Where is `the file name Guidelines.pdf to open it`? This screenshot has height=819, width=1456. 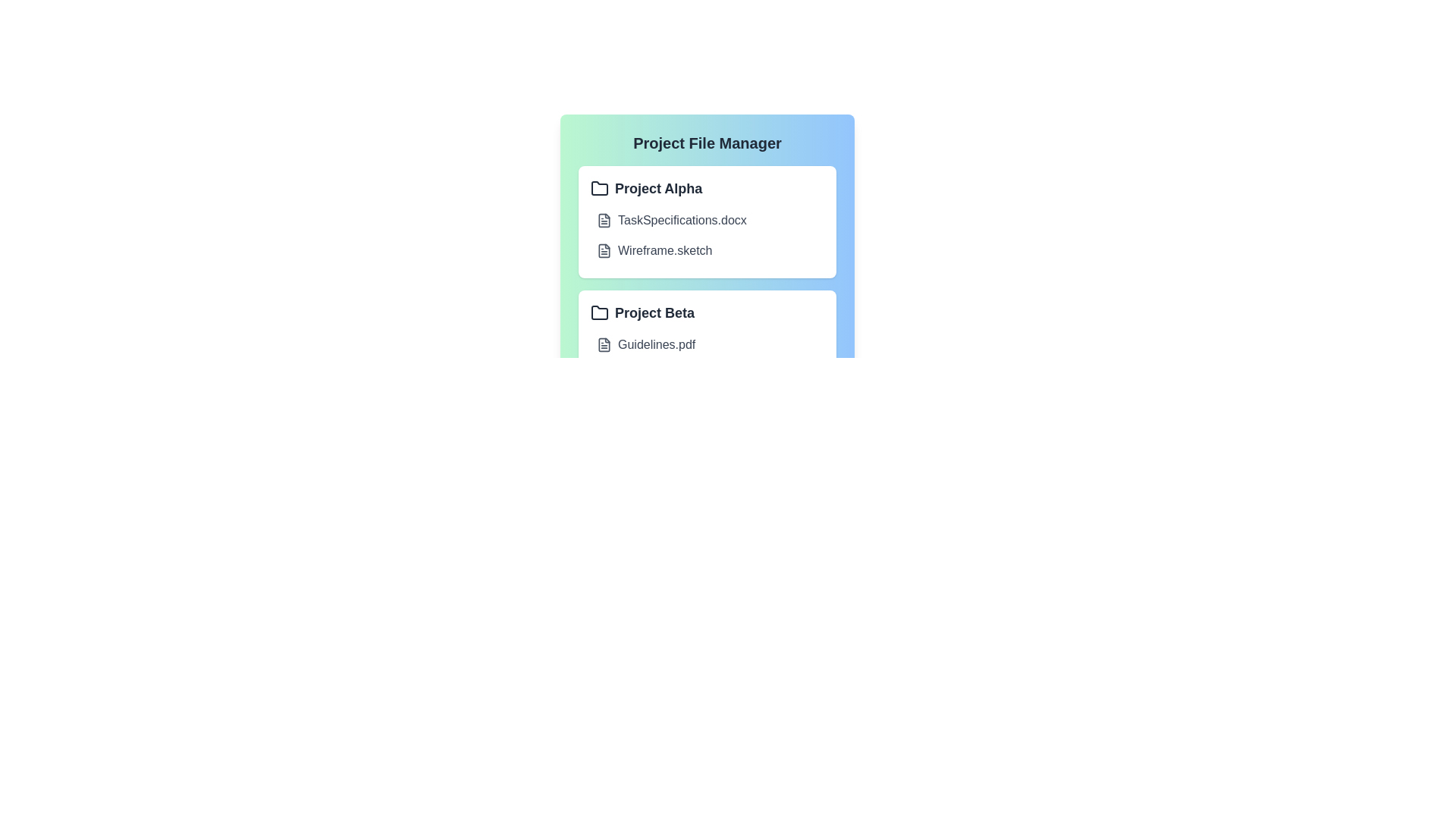
the file name Guidelines.pdf to open it is located at coordinates (657, 345).